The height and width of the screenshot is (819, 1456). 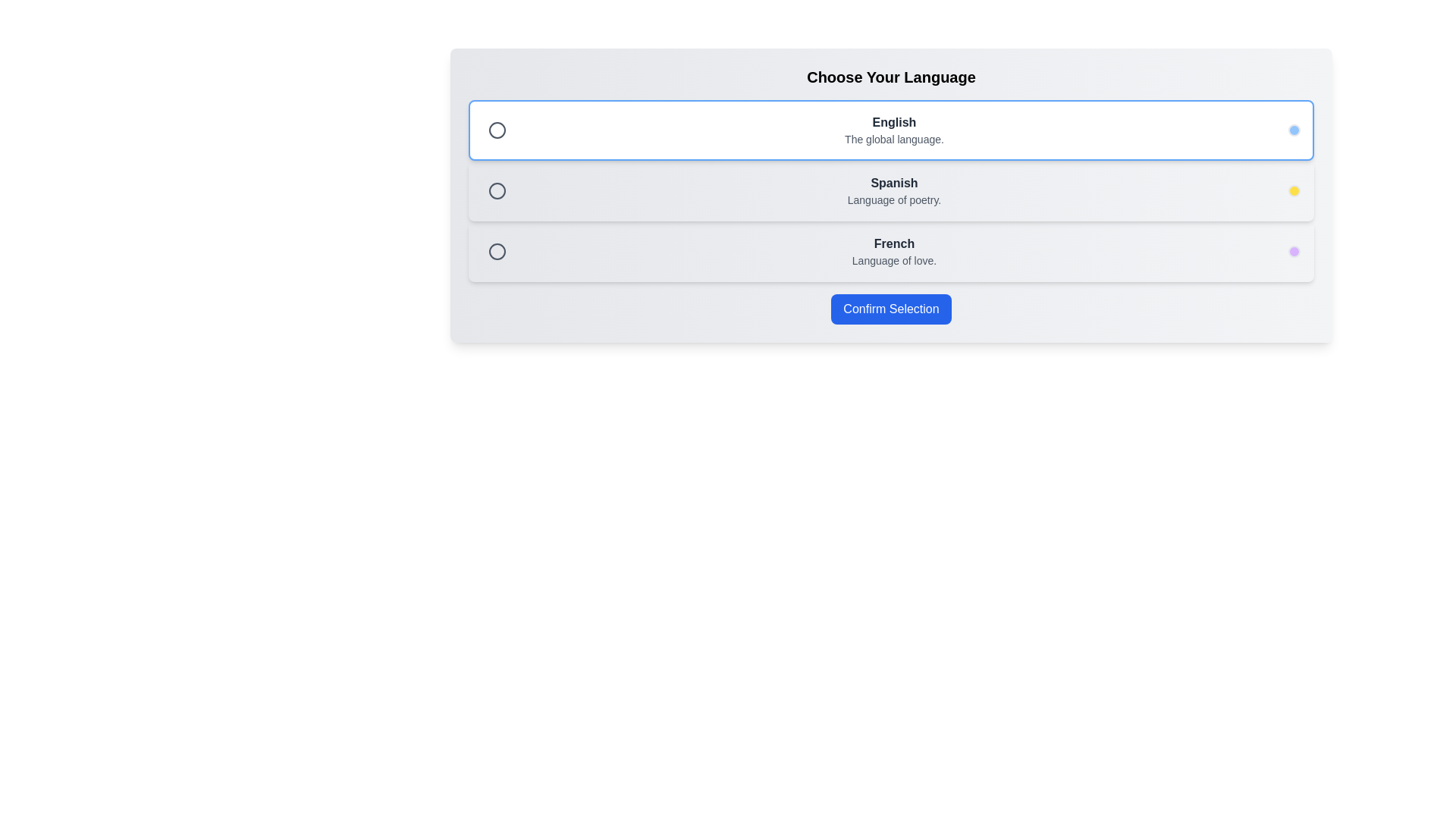 I want to click on the descriptive tagline element for the 'English' language option, which is located directly below the title 'English' in the language selection list, so click(x=894, y=140).